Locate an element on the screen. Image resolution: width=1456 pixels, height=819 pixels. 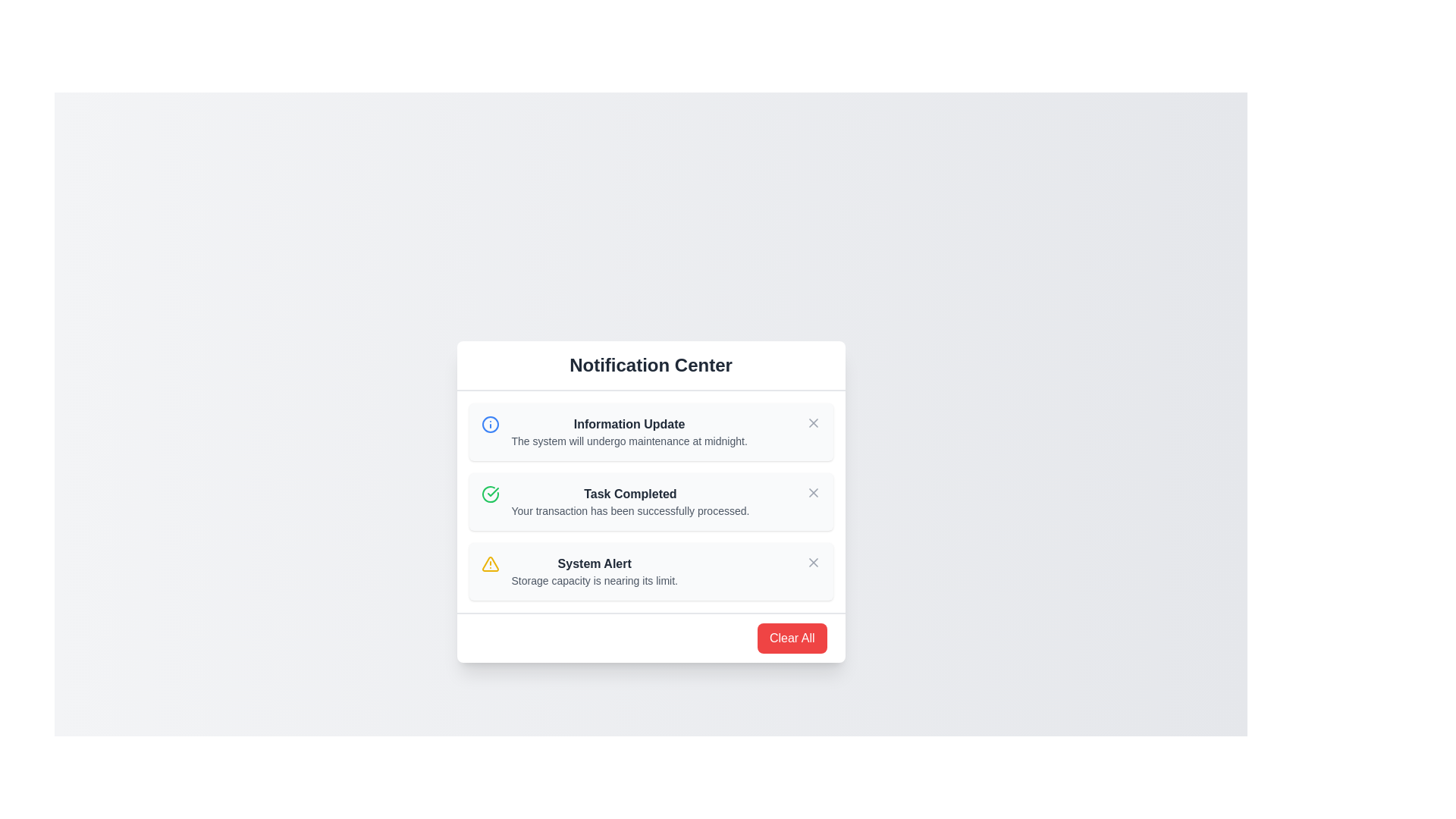
the static text label reading 'Task Completed' which is styled with bold font and dark gray color, located in the center of the middle notification card in a vertically aligned notification panel is located at coordinates (630, 494).